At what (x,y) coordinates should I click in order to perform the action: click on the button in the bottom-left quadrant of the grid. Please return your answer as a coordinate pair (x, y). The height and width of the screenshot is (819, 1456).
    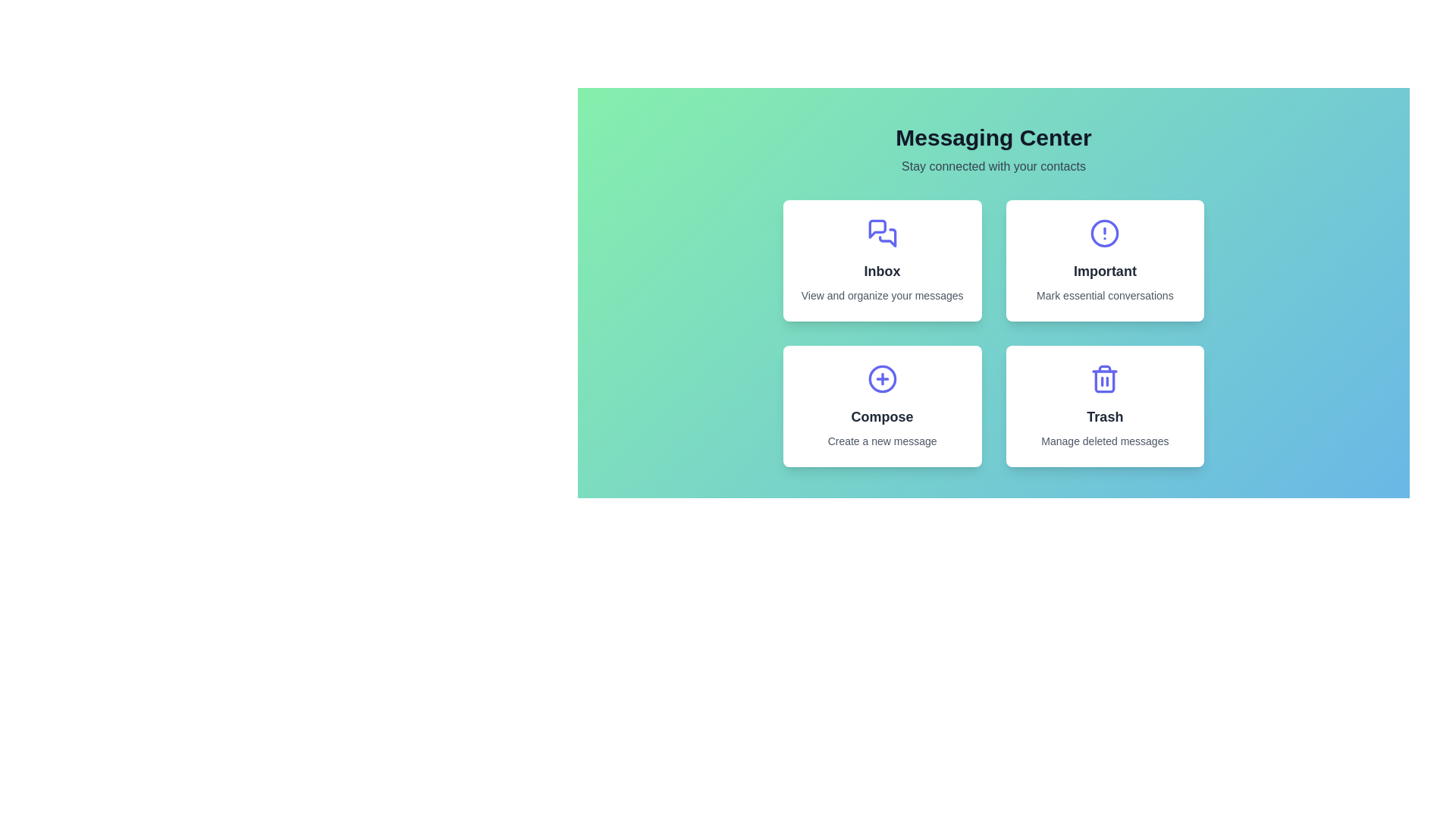
    Looking at the image, I should click on (882, 406).